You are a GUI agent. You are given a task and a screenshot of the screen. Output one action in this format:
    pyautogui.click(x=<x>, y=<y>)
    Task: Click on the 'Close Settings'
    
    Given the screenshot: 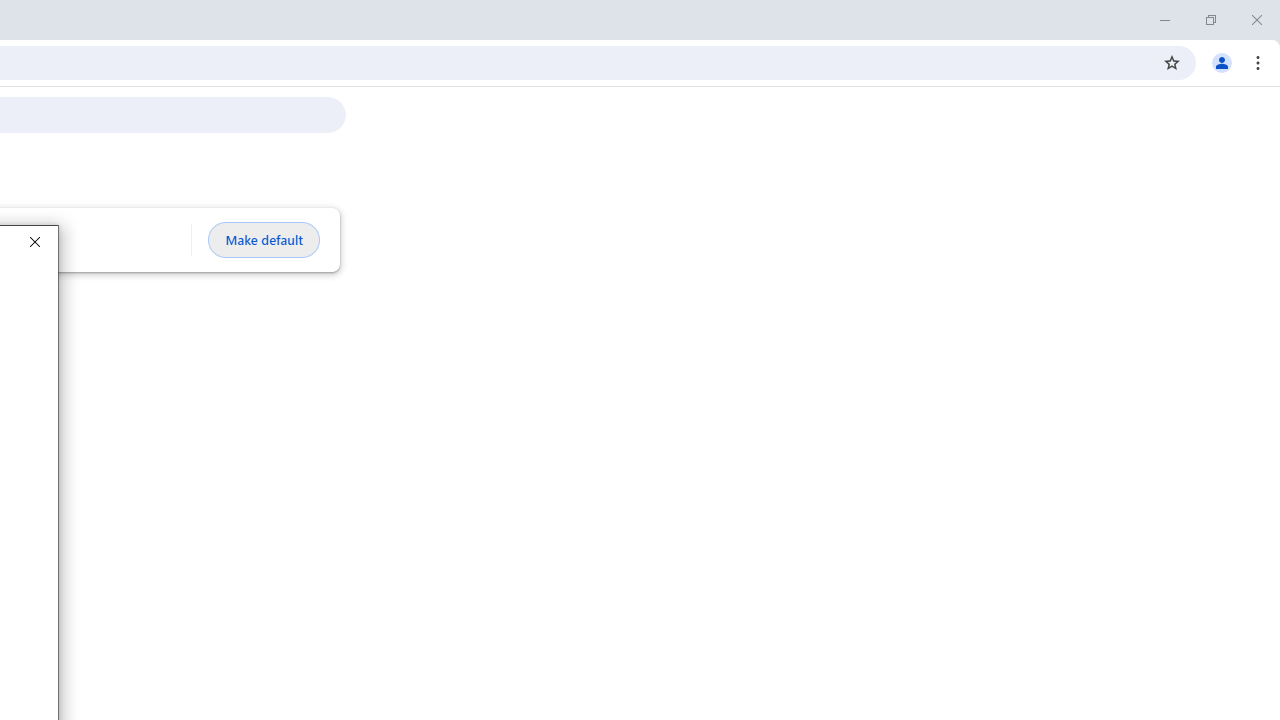 What is the action you would take?
    pyautogui.click(x=34, y=240)
    